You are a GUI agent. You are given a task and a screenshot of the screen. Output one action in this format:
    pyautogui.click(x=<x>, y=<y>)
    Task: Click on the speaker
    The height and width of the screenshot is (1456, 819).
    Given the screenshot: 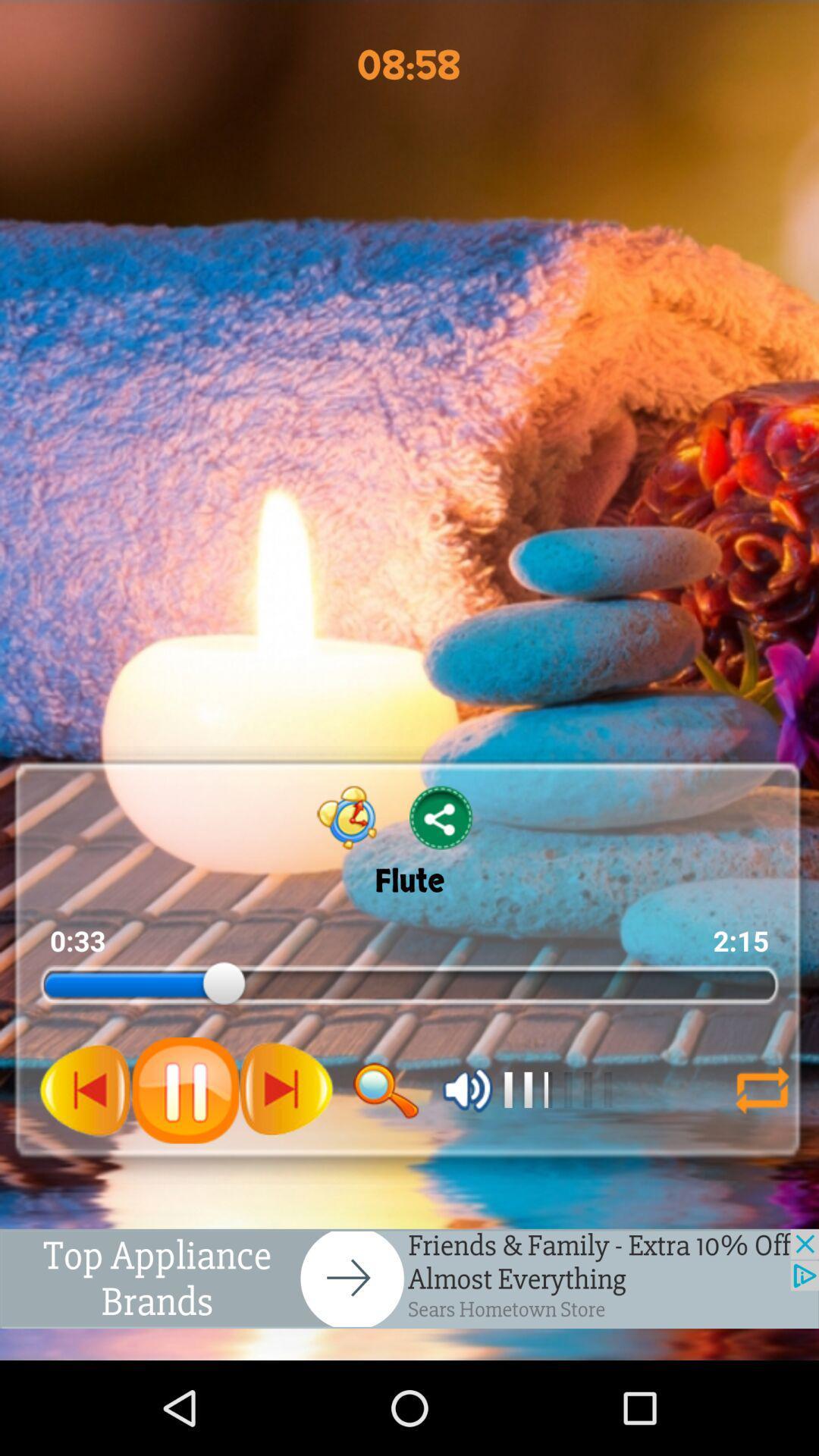 What is the action you would take?
    pyautogui.click(x=467, y=1089)
    